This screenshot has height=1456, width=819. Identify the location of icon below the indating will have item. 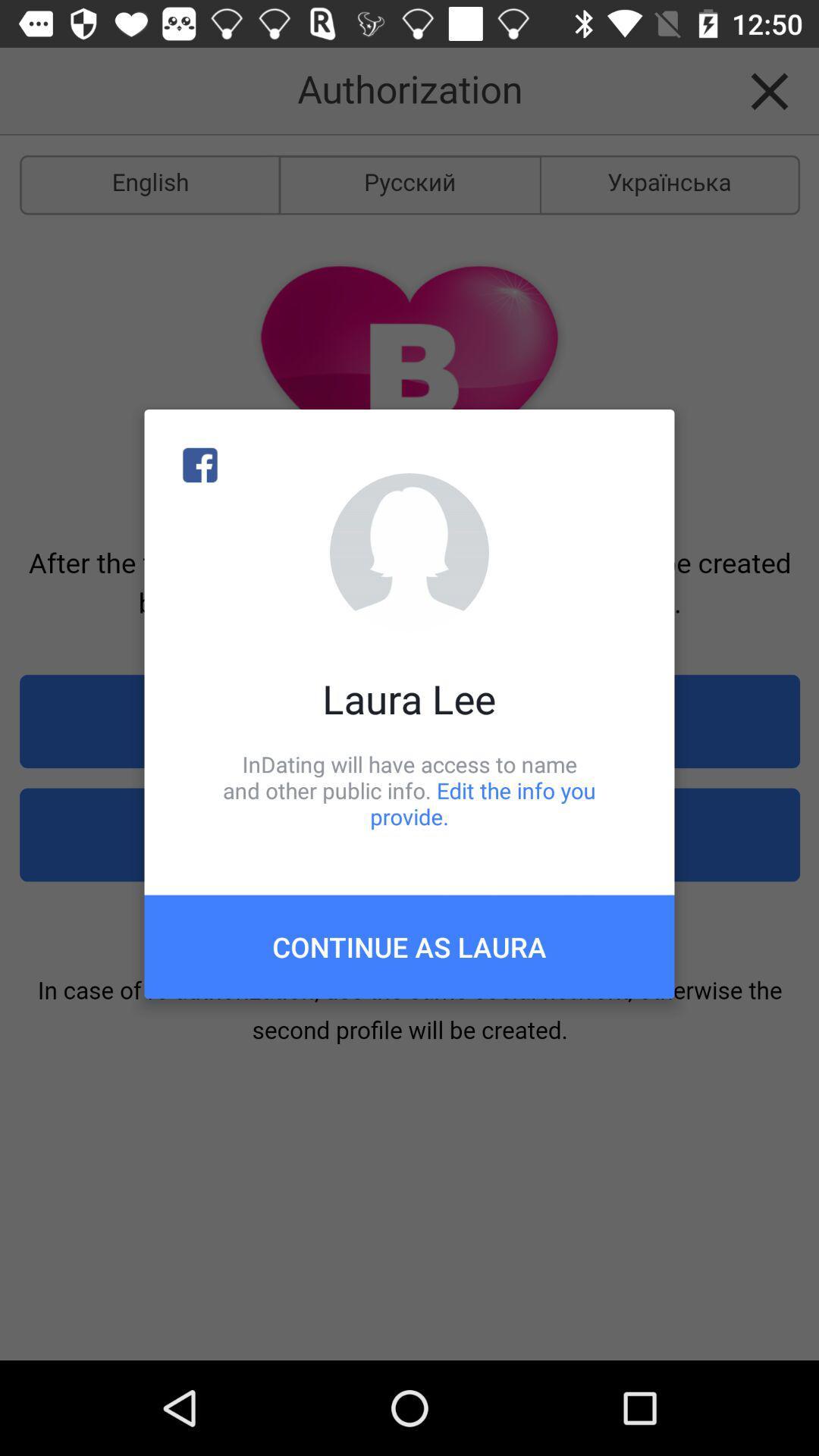
(409, 946).